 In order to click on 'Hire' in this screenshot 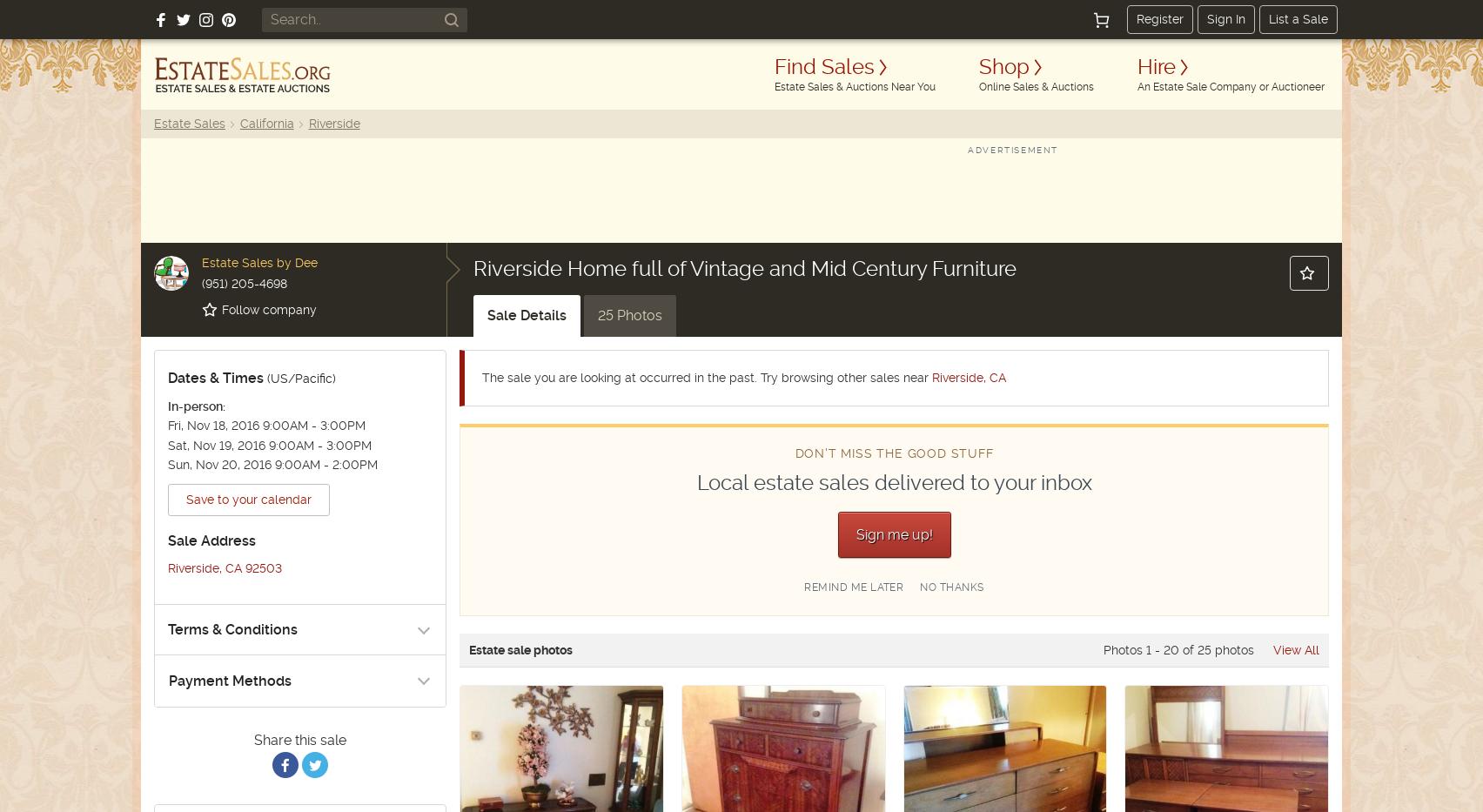, I will do `click(1156, 66)`.